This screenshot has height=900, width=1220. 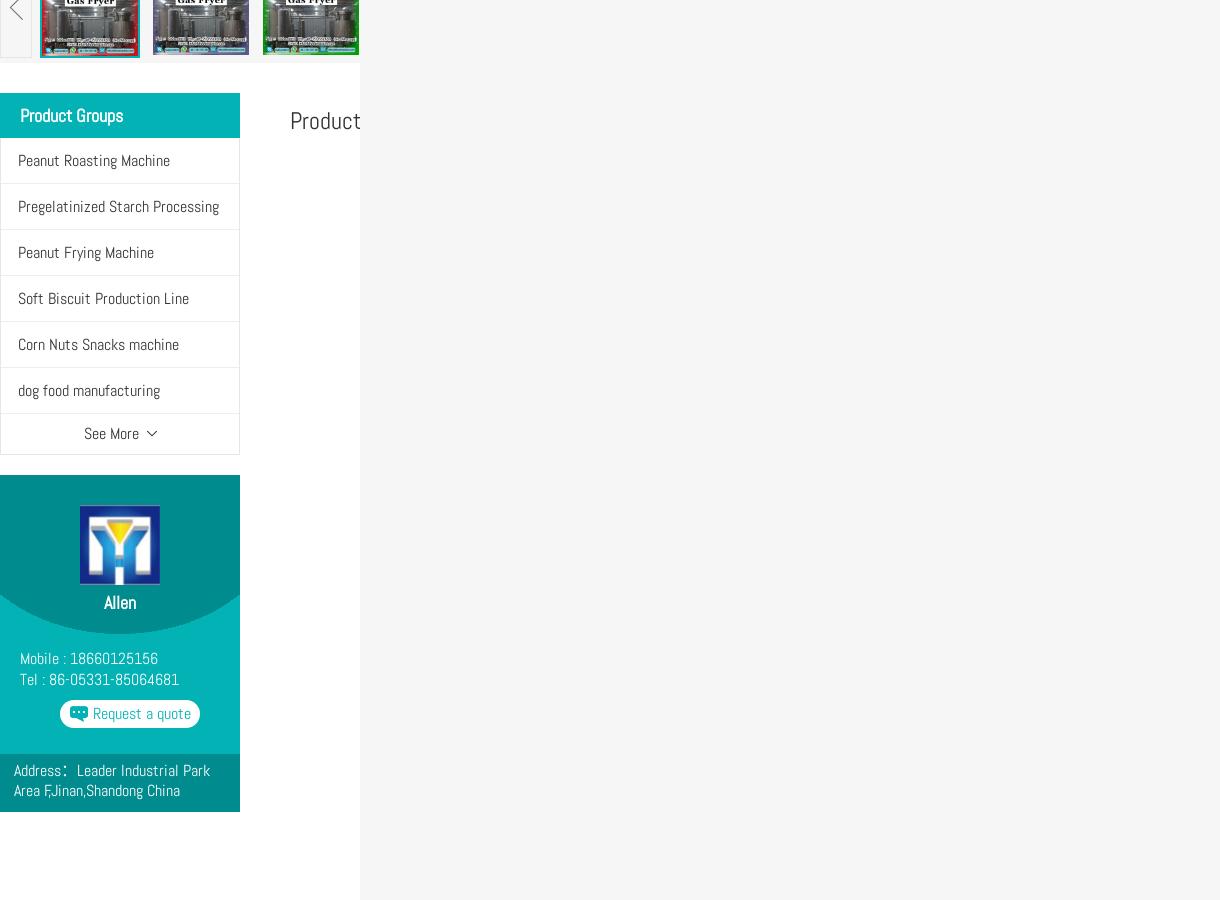 What do you see at coordinates (85, 251) in the screenshot?
I see `'Peanut Frying Machine'` at bounding box center [85, 251].